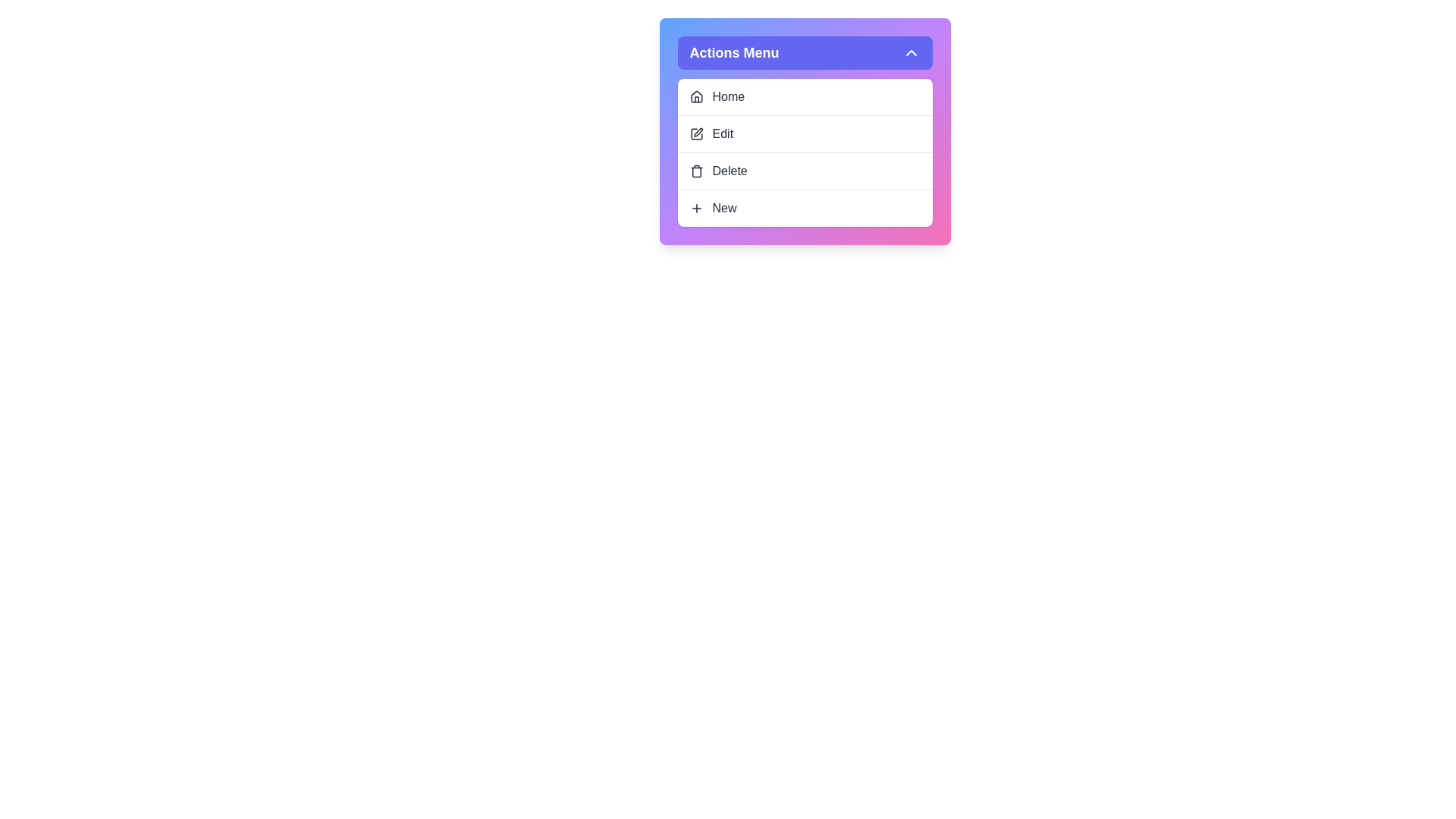 Image resolution: width=1456 pixels, height=819 pixels. What do you see at coordinates (804, 208) in the screenshot?
I see `the menu item New from the dropdown menu` at bounding box center [804, 208].